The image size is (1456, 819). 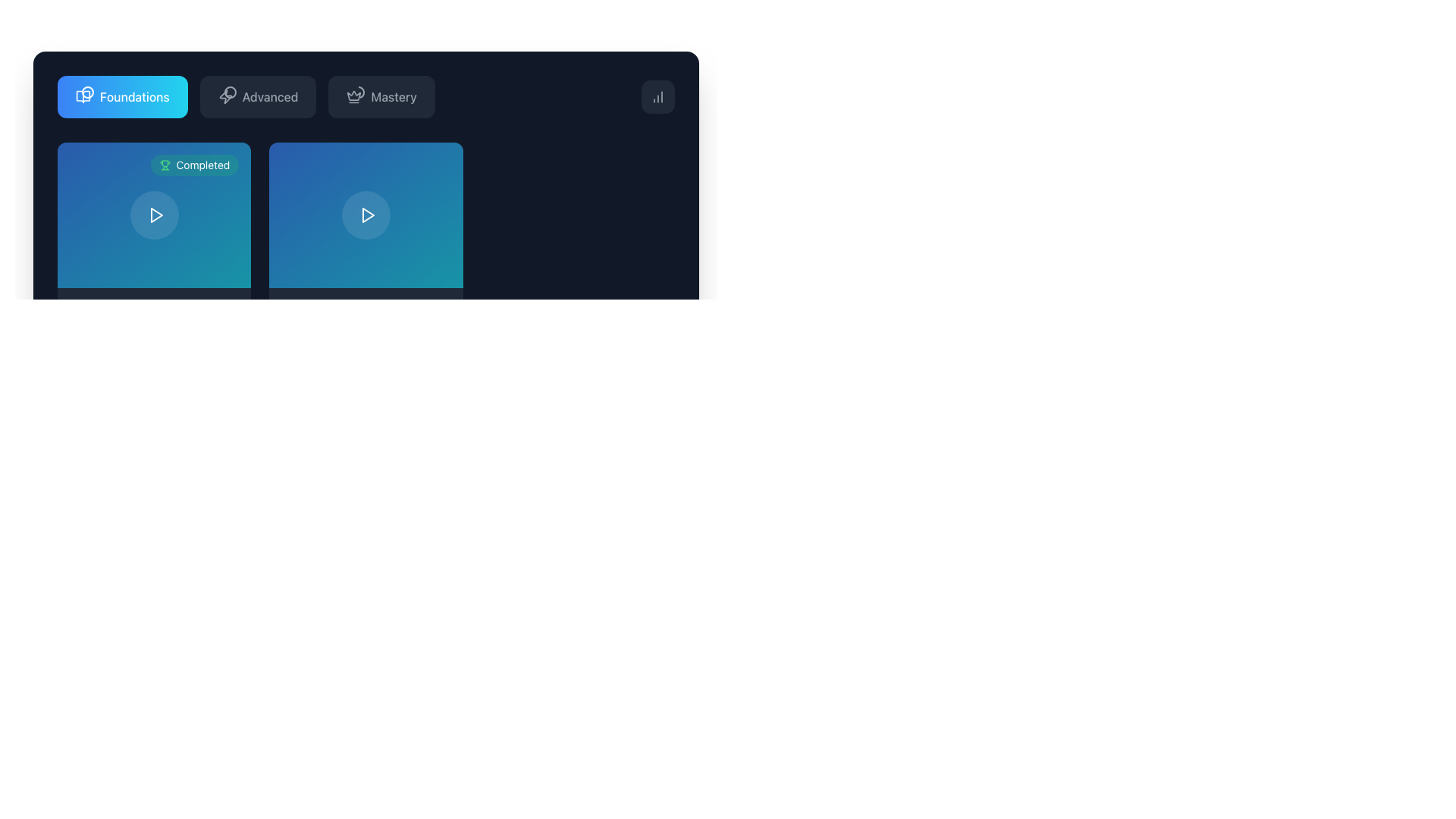 I want to click on the 'Mastery' navigation button, so click(x=381, y=96).